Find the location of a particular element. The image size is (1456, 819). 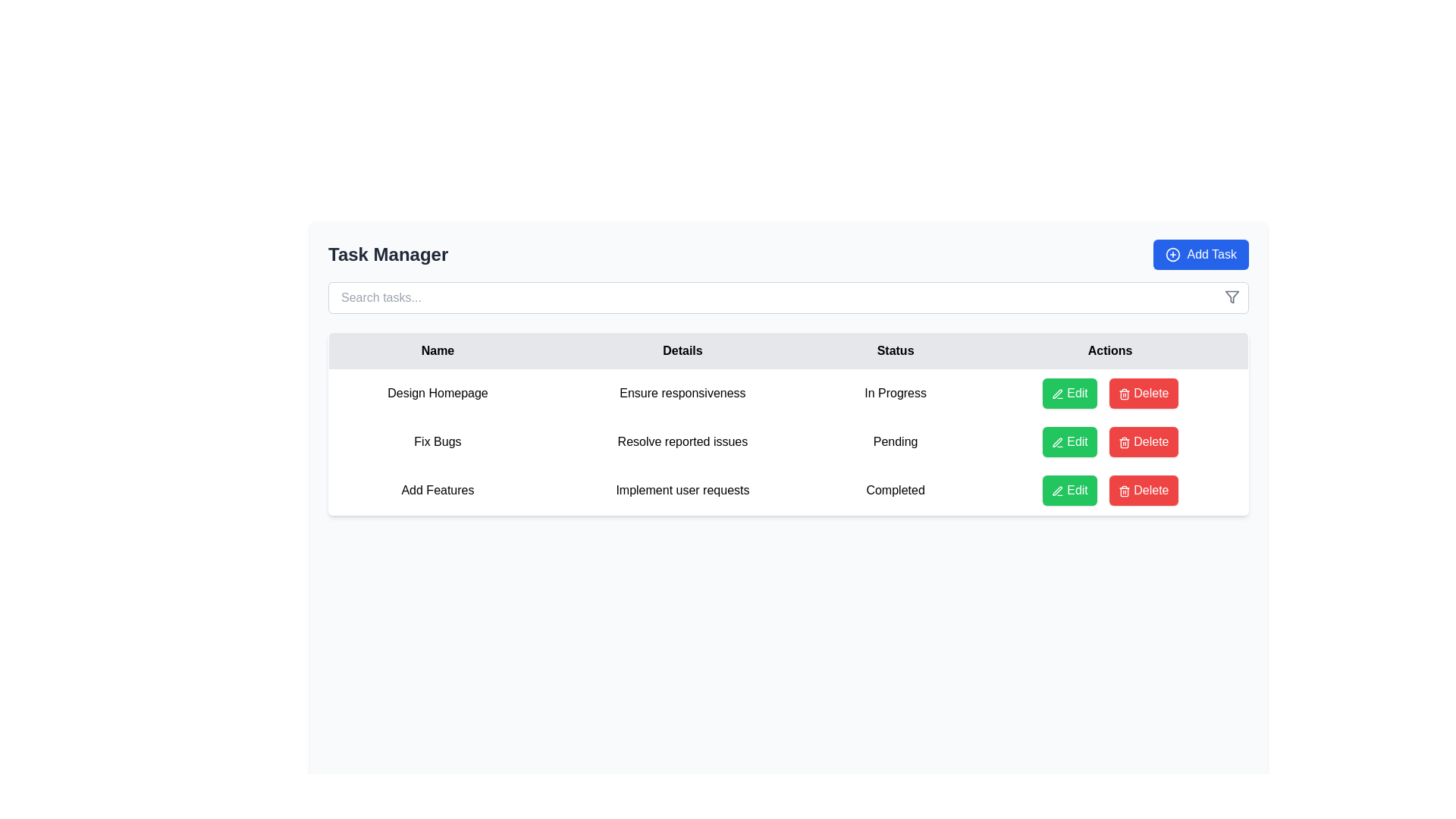

the delete icon located within the red 'Delete' button in the 'Actions' column of the task manager interface as a visual cue is located at coordinates (1124, 442).